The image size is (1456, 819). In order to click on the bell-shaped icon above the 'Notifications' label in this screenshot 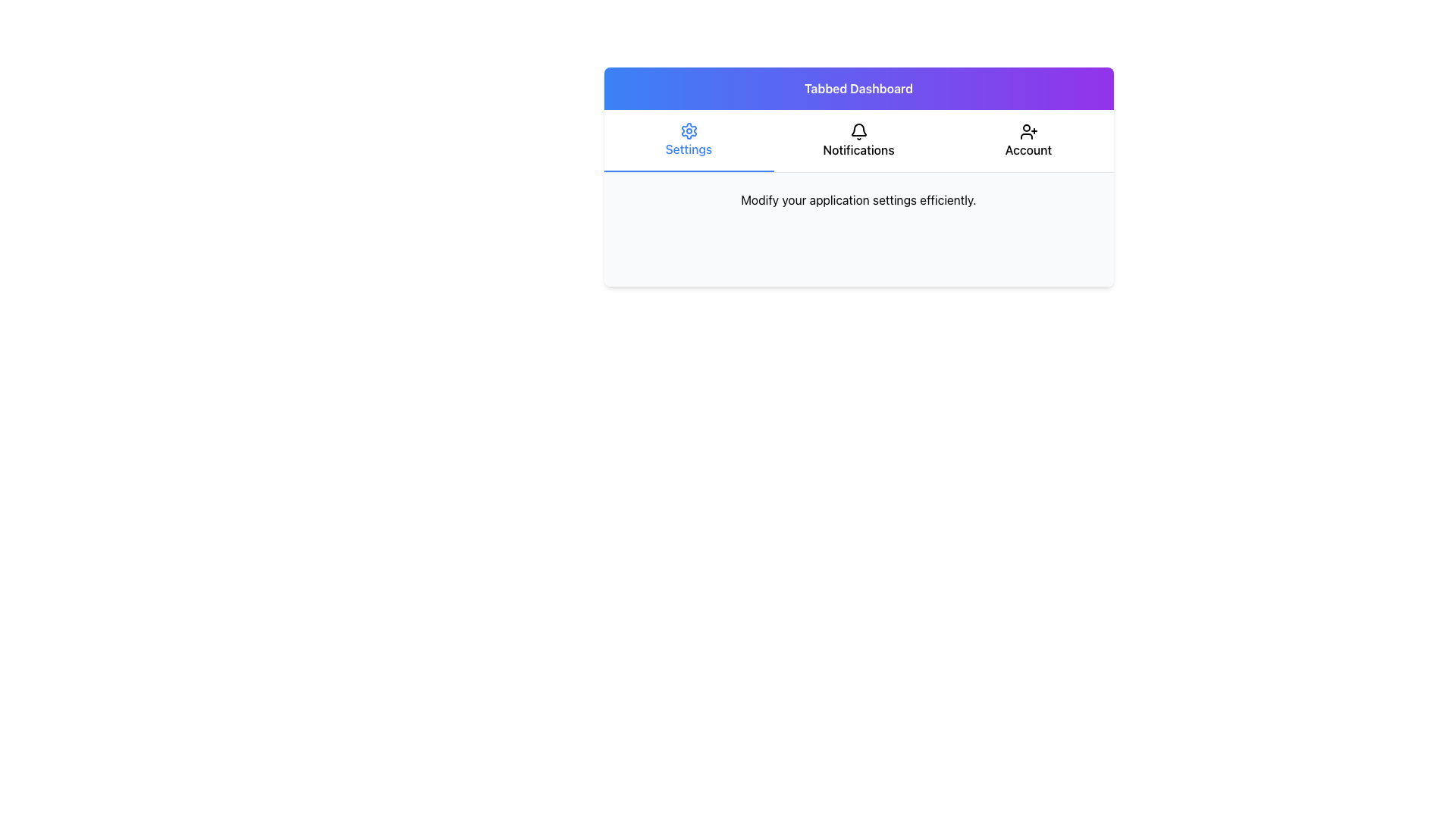, I will do `click(858, 130)`.